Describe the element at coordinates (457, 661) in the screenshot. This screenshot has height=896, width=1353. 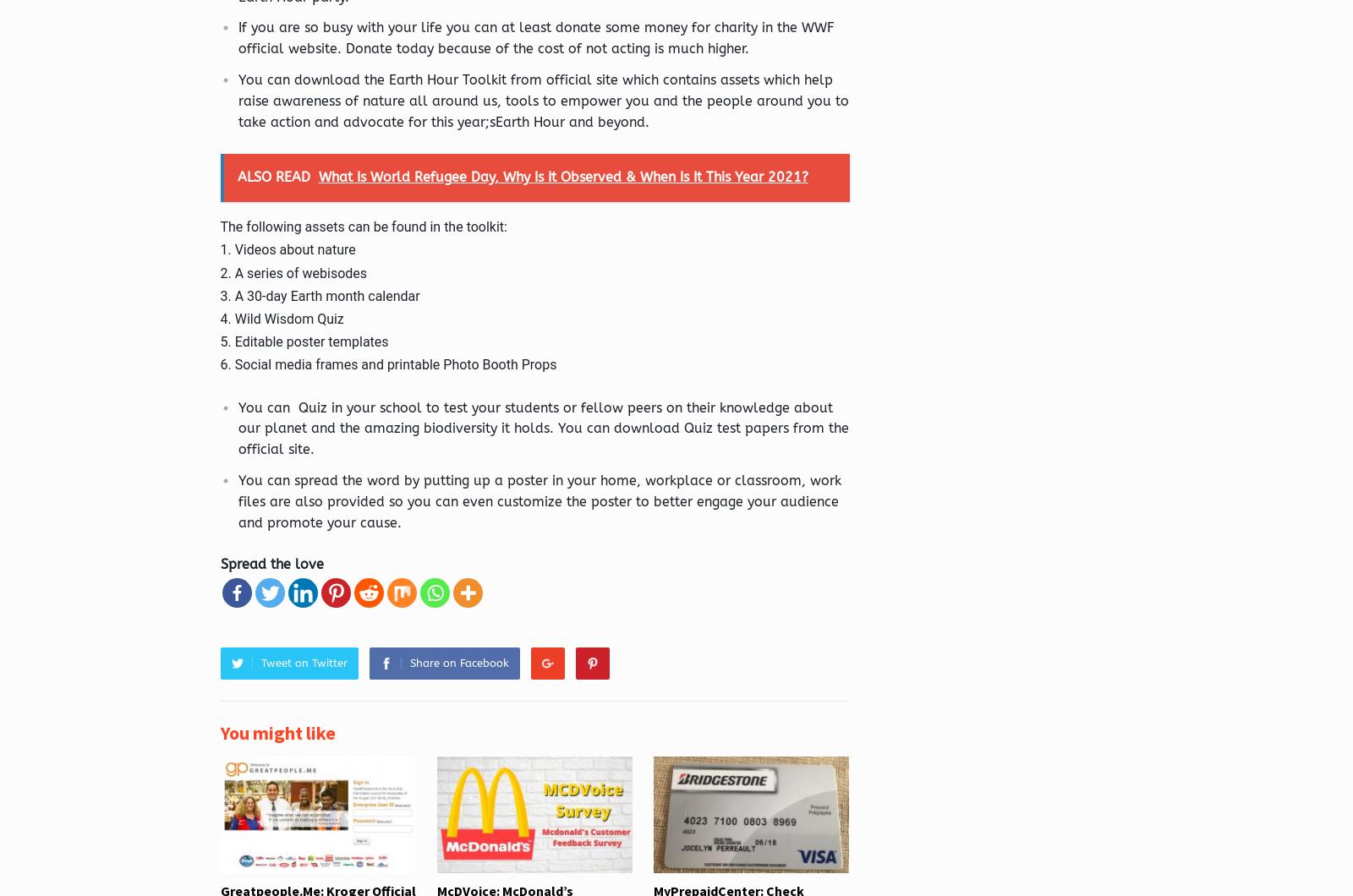
I see `'Share on Facebook'` at that location.